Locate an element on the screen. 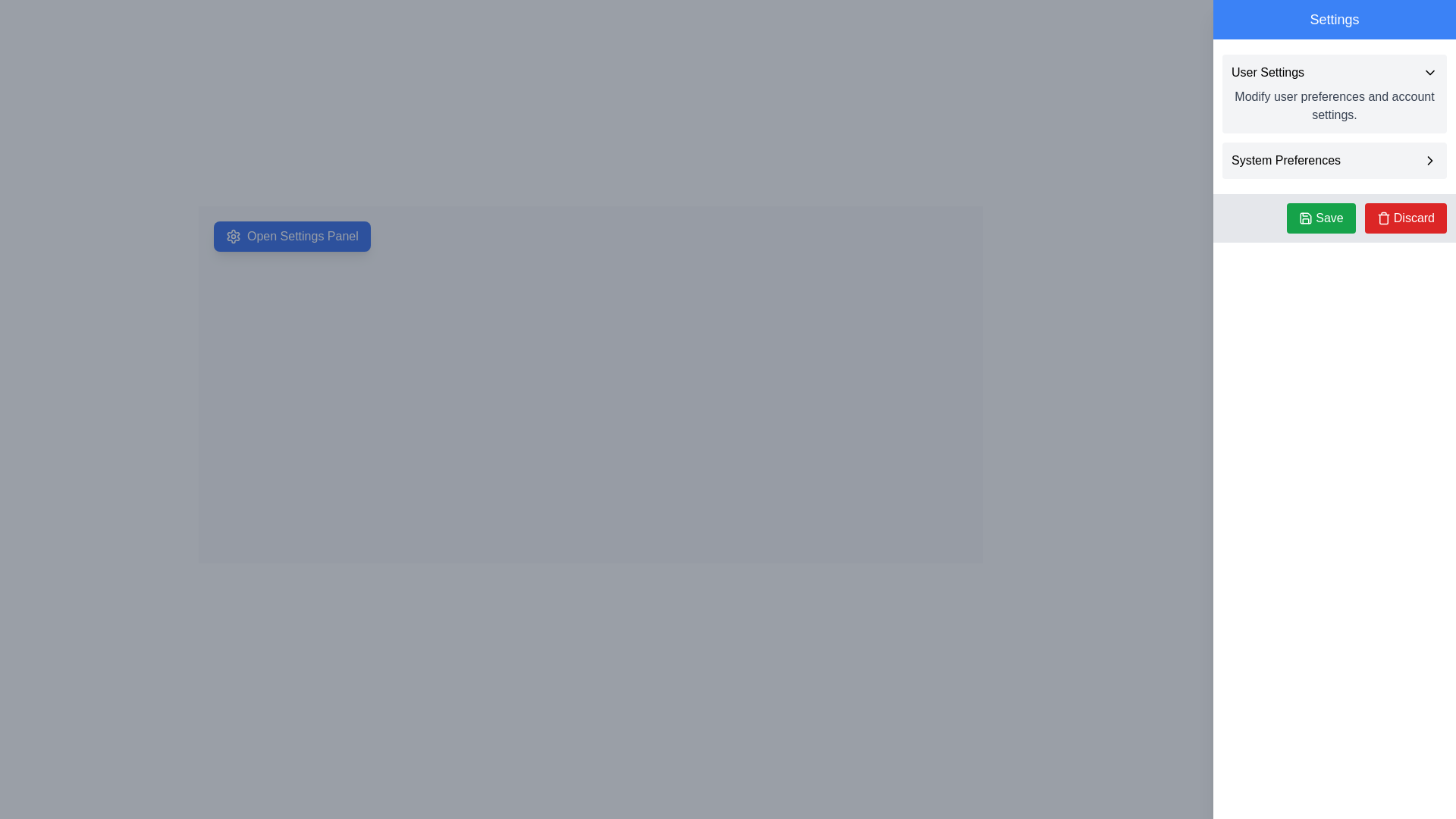 The height and width of the screenshot is (819, 1456). the 'Save' button which is a green rectangular button containing a floppy disk icon located in the top-right corner of the 'Settings' panel is located at coordinates (1305, 218).